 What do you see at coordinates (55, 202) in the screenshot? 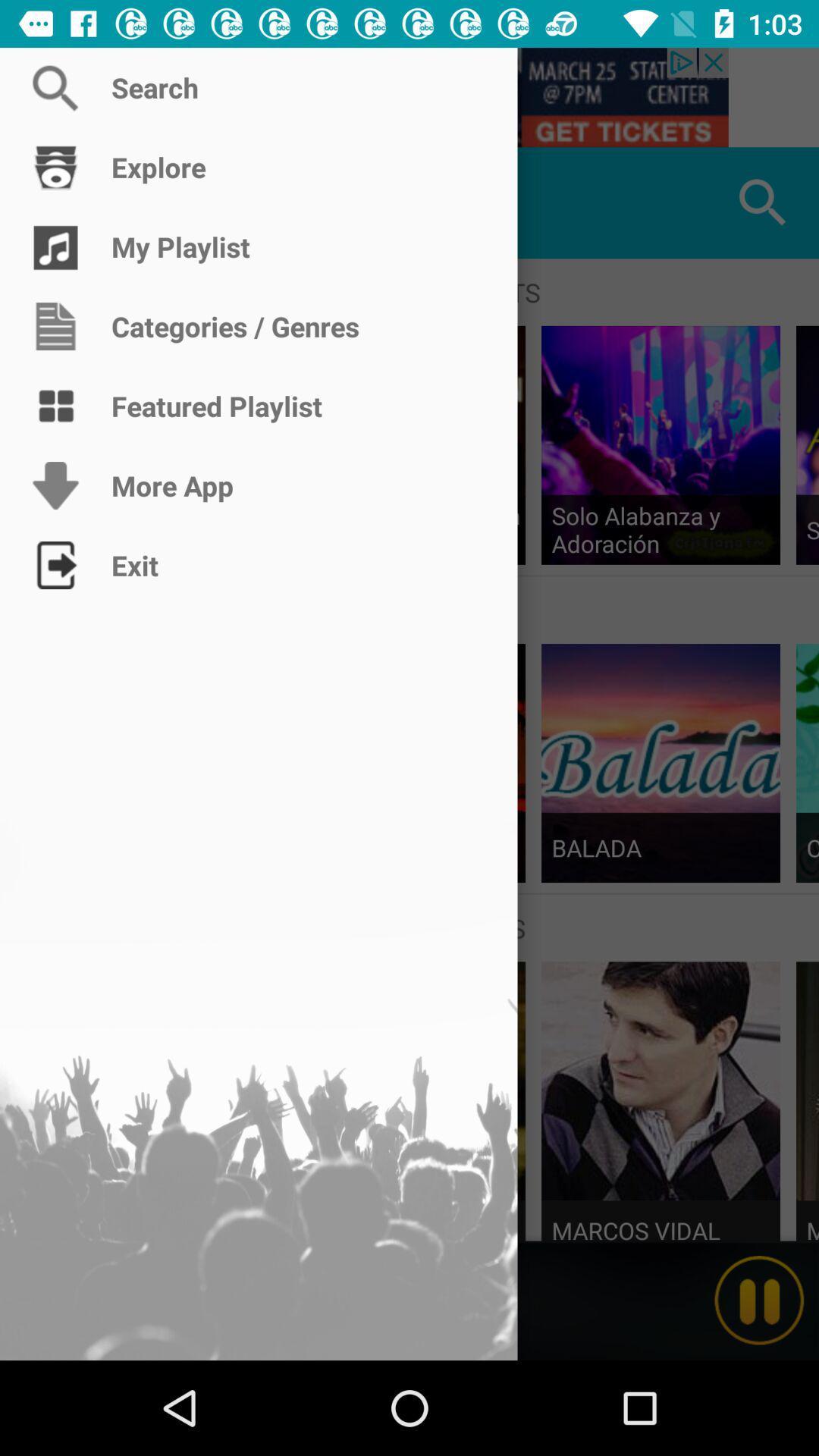
I see `the icon above the featured playlists icon` at bounding box center [55, 202].